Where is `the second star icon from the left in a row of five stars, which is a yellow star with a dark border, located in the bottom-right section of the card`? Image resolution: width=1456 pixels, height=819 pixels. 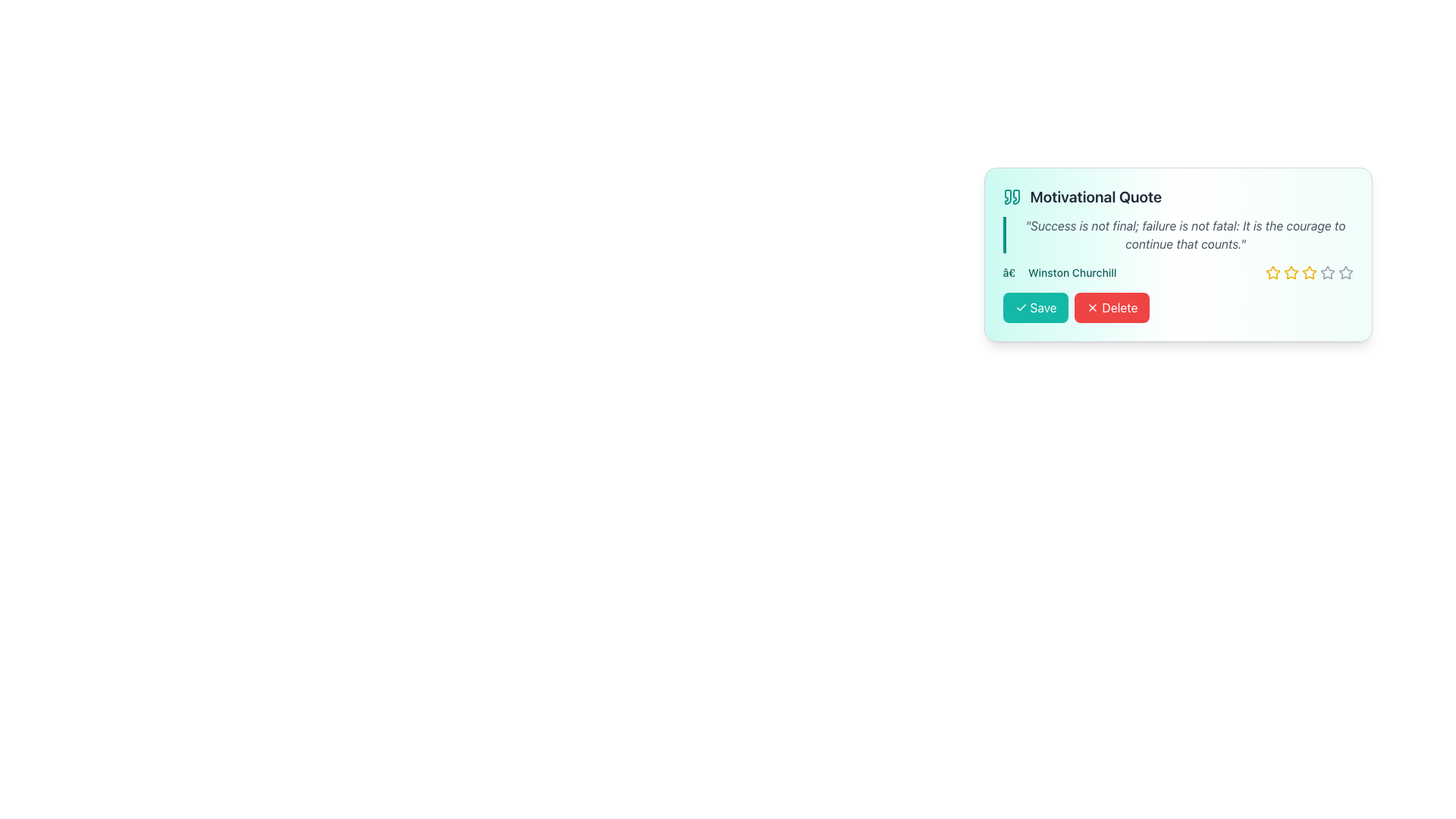
the second star icon from the left in a row of five stars, which is a yellow star with a dark border, located in the bottom-right section of the card is located at coordinates (1290, 271).